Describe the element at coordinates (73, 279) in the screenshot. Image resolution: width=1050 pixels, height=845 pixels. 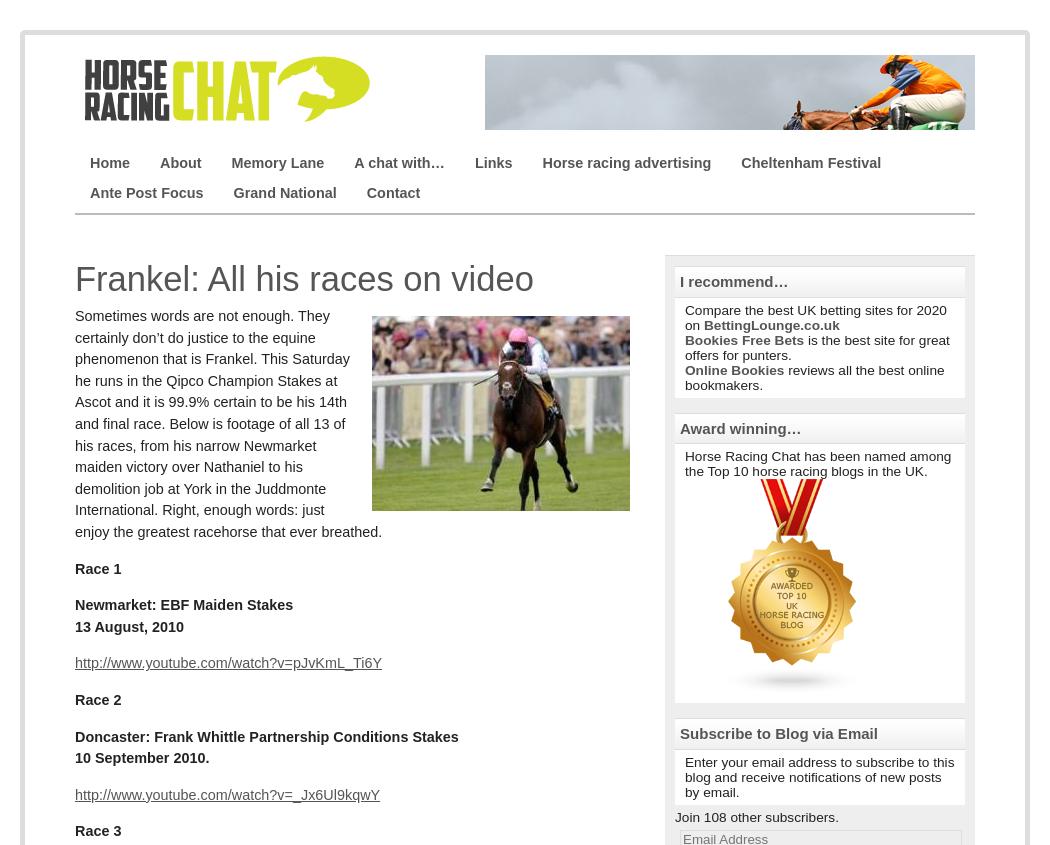
I see `'Frankel: All his races on video'` at that location.